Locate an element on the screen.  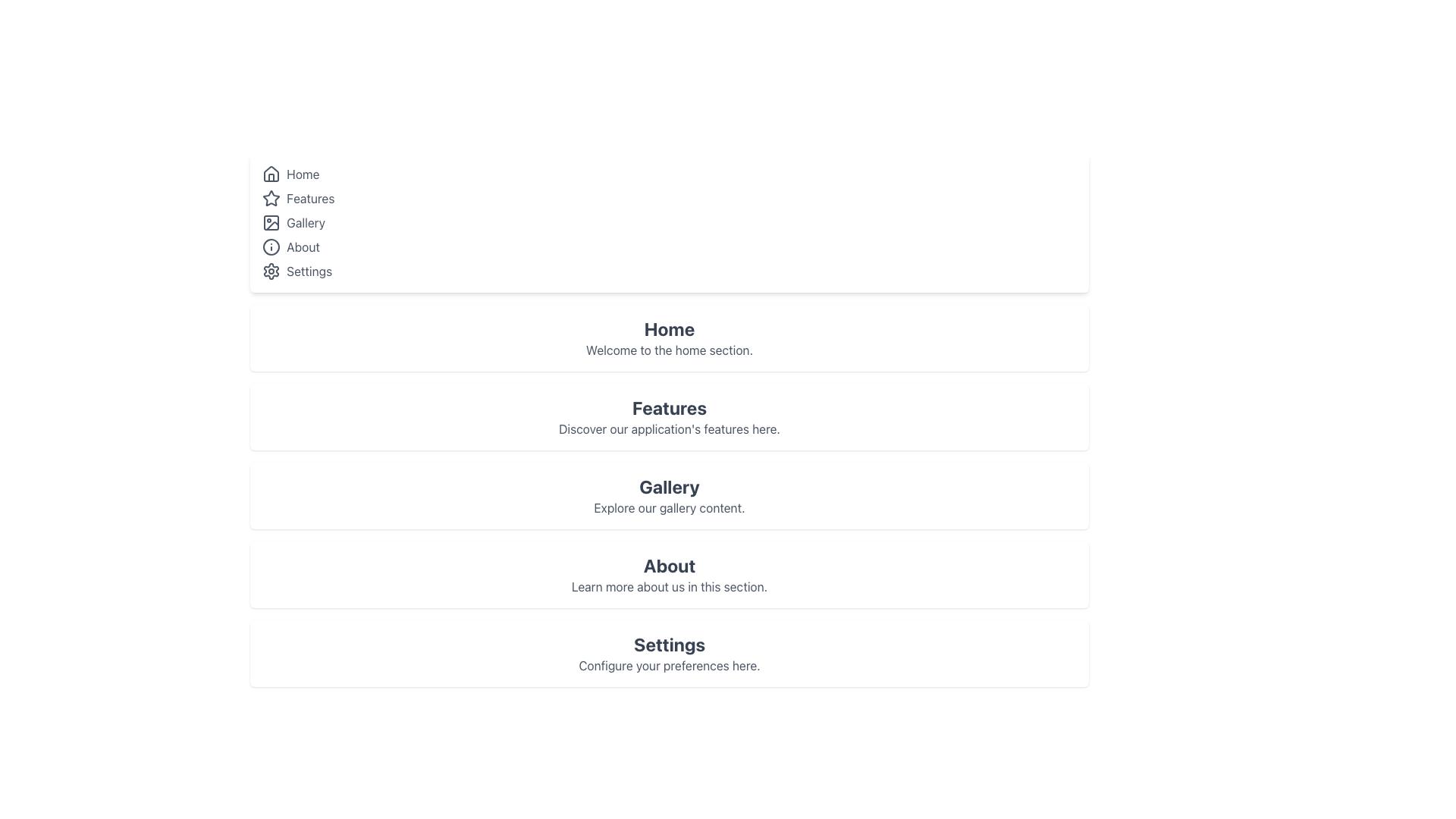
the circular outline of the informational icon representing the 'About' menu option in the sidebar navigation is located at coordinates (271, 246).